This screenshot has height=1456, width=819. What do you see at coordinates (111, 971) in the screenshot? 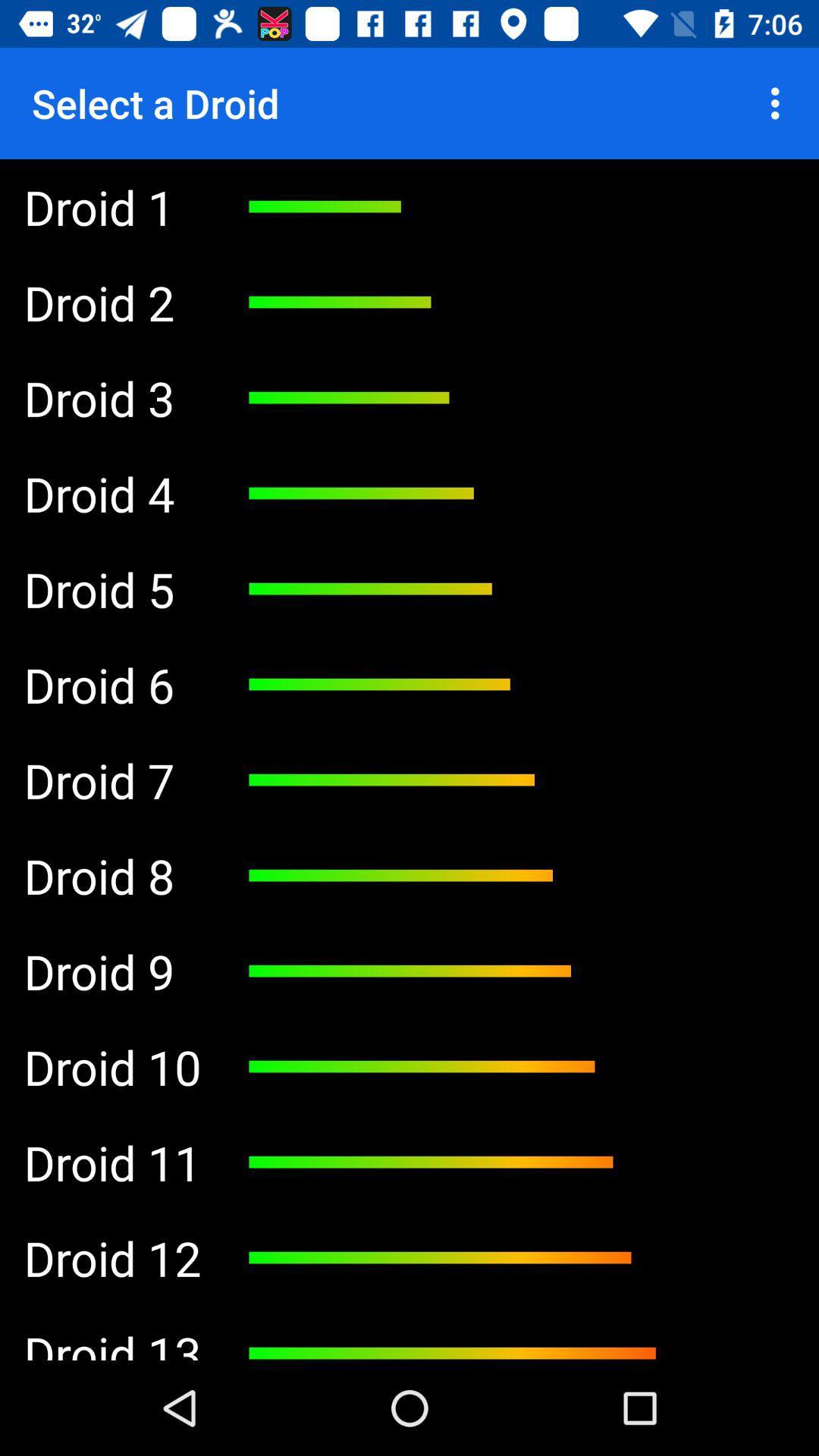
I see `the droid 9 app` at bounding box center [111, 971].